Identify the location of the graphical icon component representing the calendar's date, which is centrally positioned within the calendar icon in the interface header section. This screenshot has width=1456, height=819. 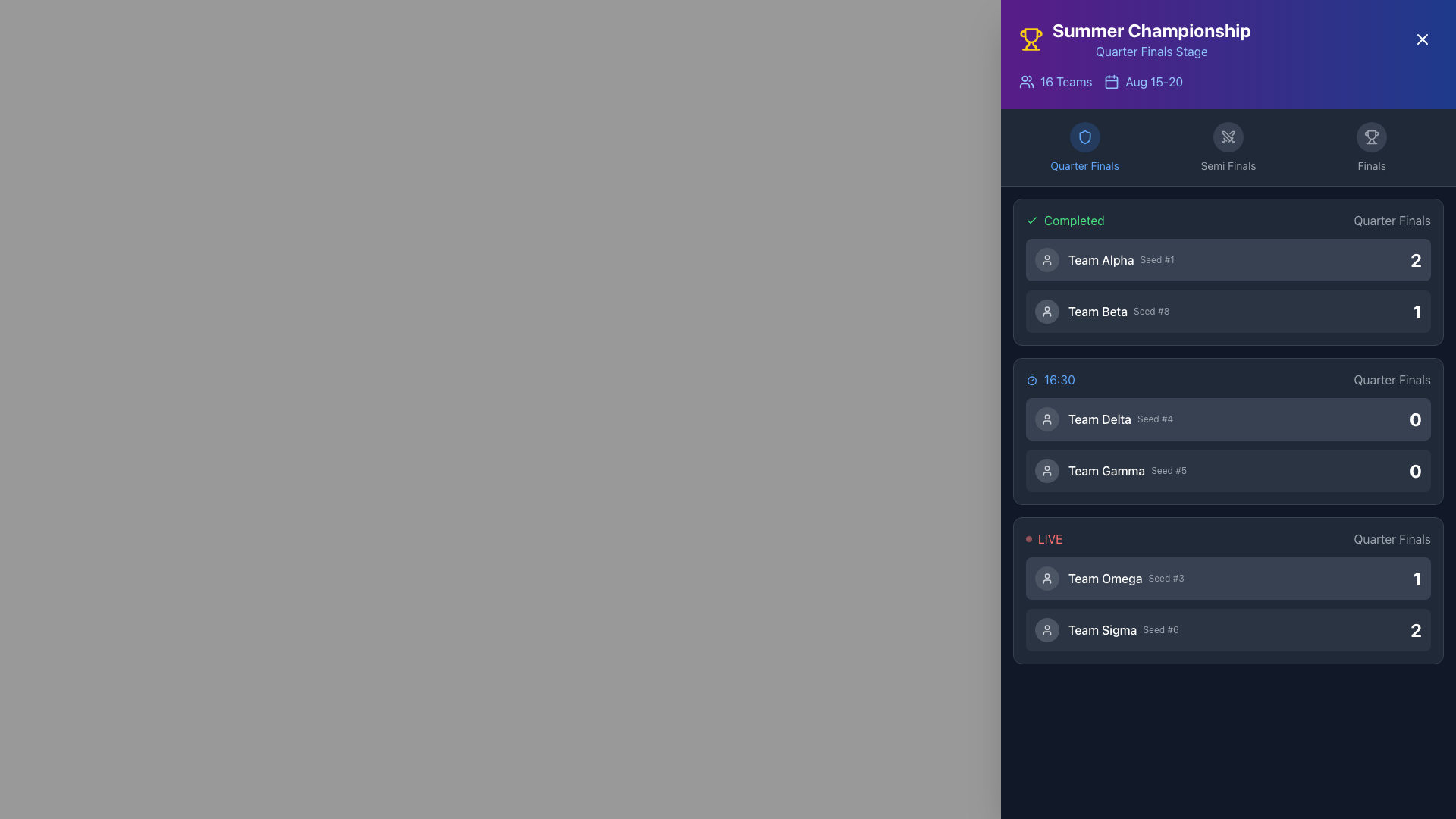
(1112, 82).